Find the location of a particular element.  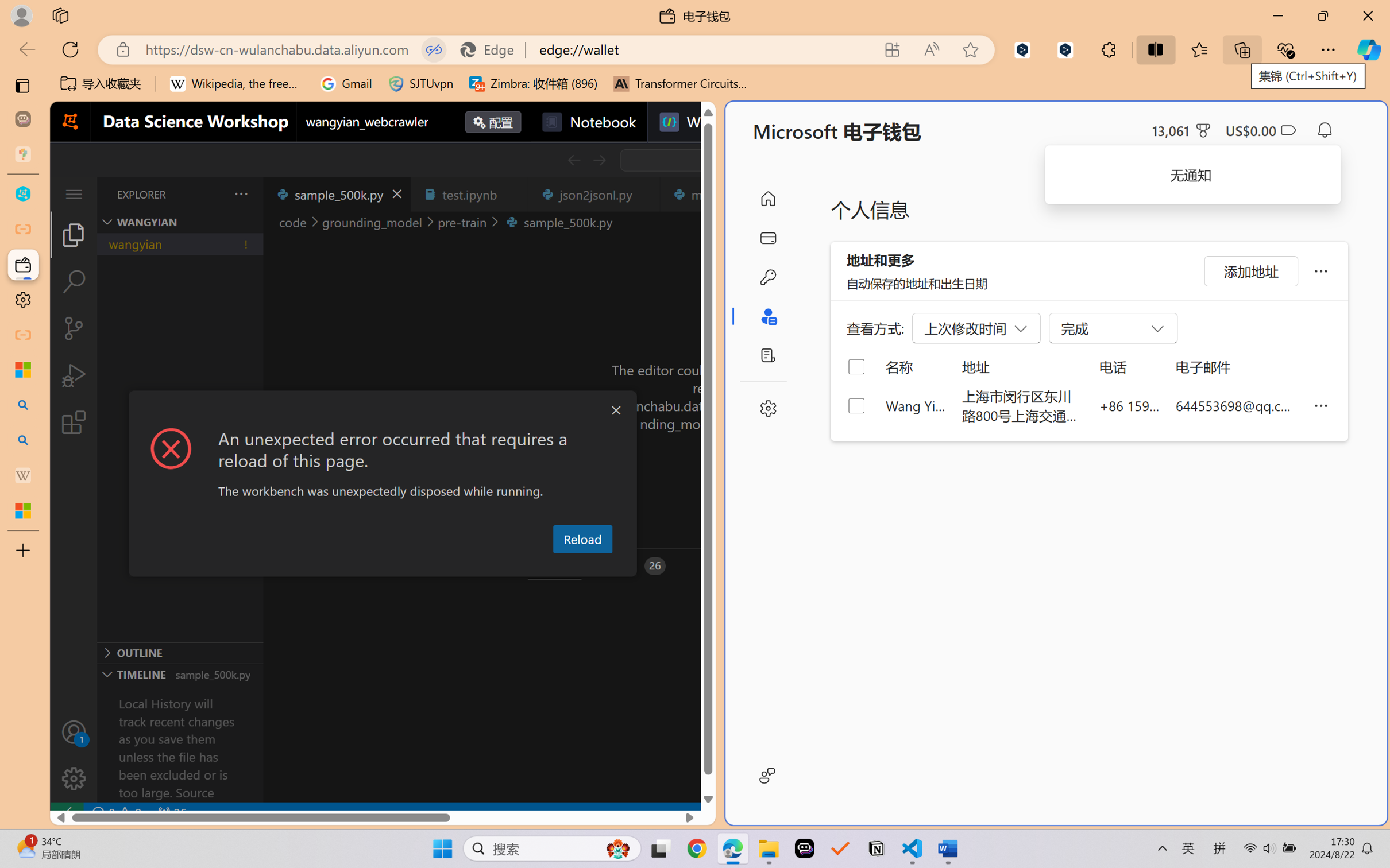

'Reload' is located at coordinates (582, 538).